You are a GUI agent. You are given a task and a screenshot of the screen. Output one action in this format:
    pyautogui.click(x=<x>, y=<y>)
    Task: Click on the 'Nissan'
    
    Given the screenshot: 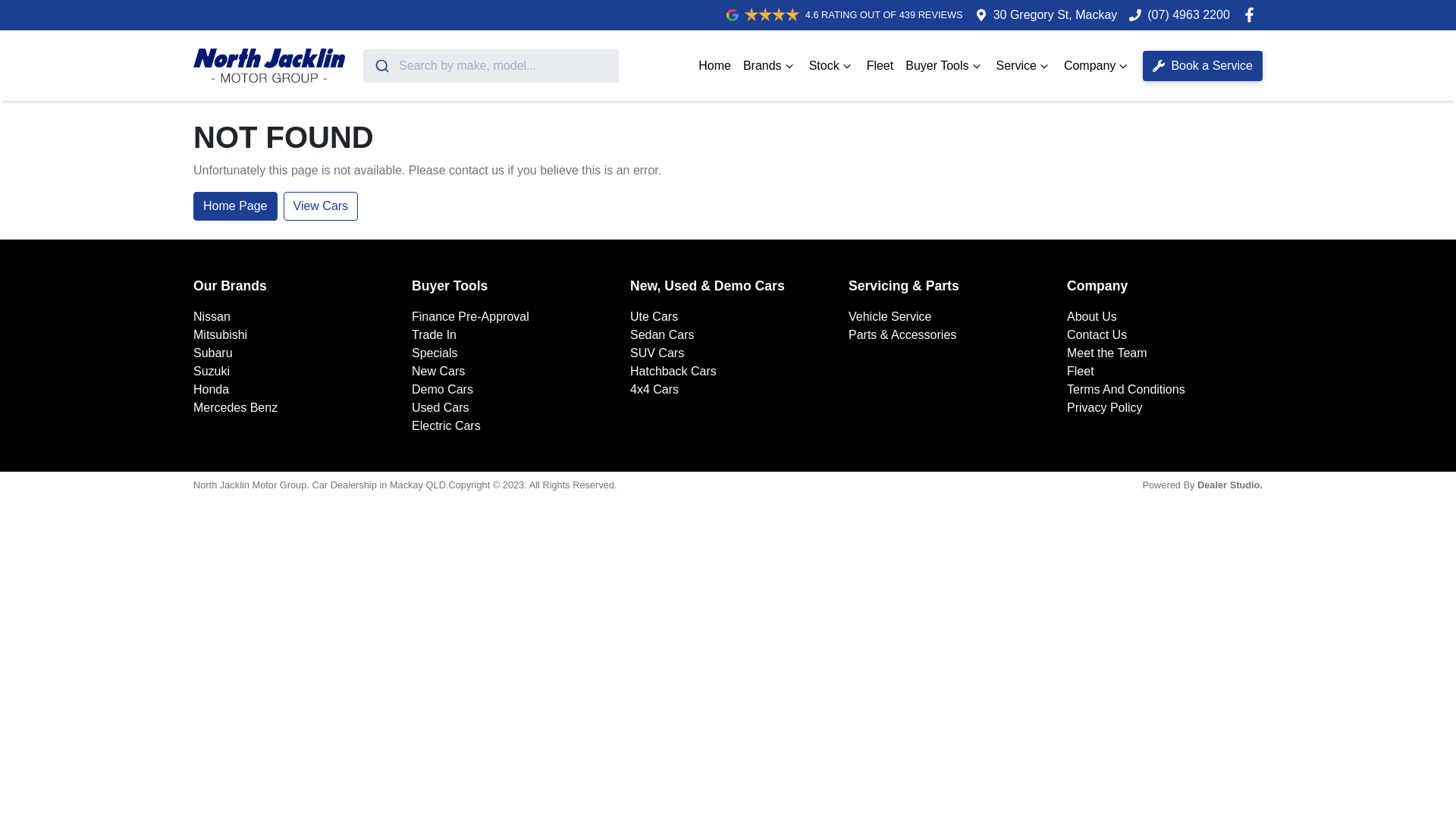 What is the action you would take?
    pyautogui.click(x=211, y=315)
    